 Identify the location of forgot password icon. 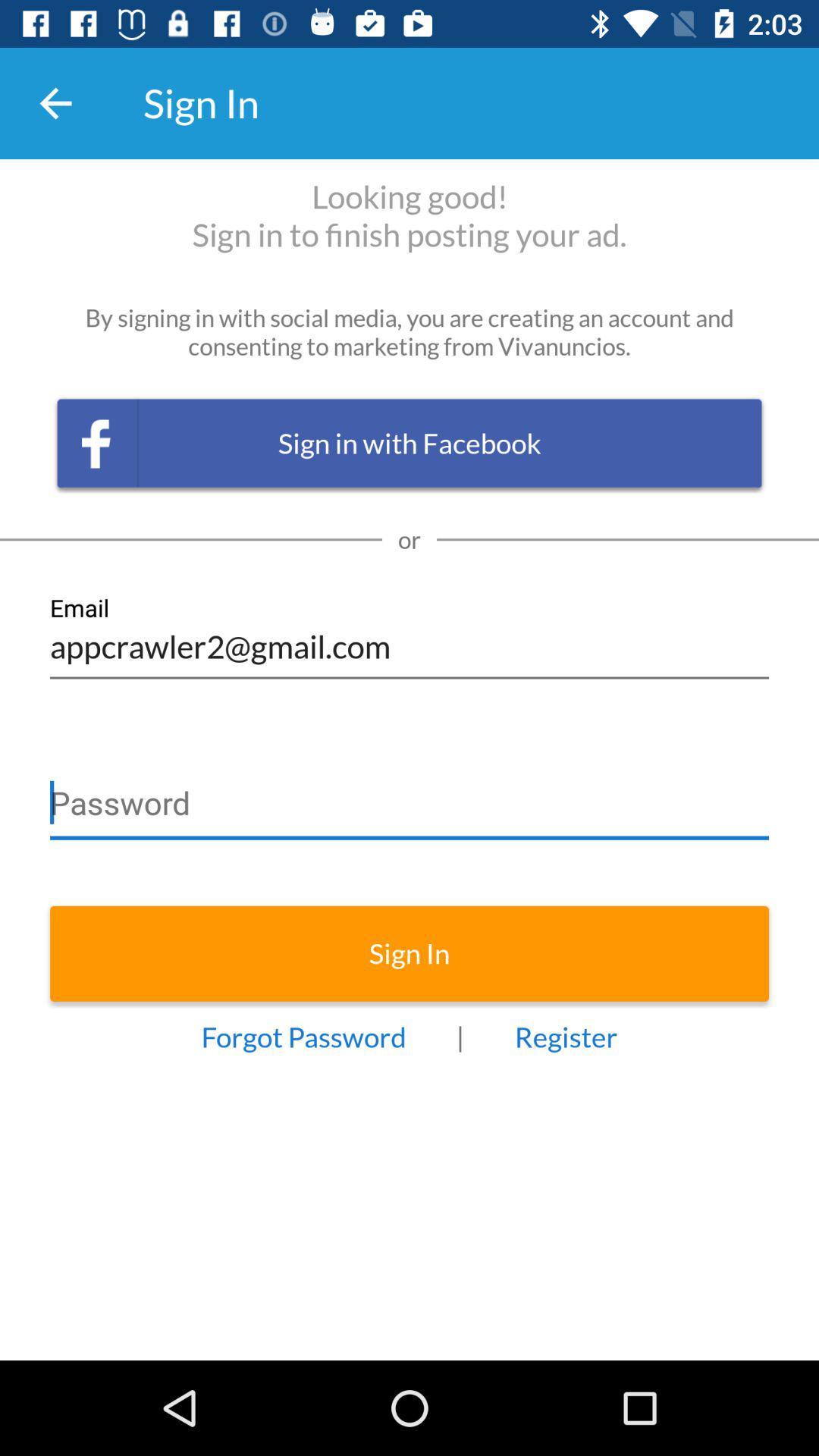
(303, 1036).